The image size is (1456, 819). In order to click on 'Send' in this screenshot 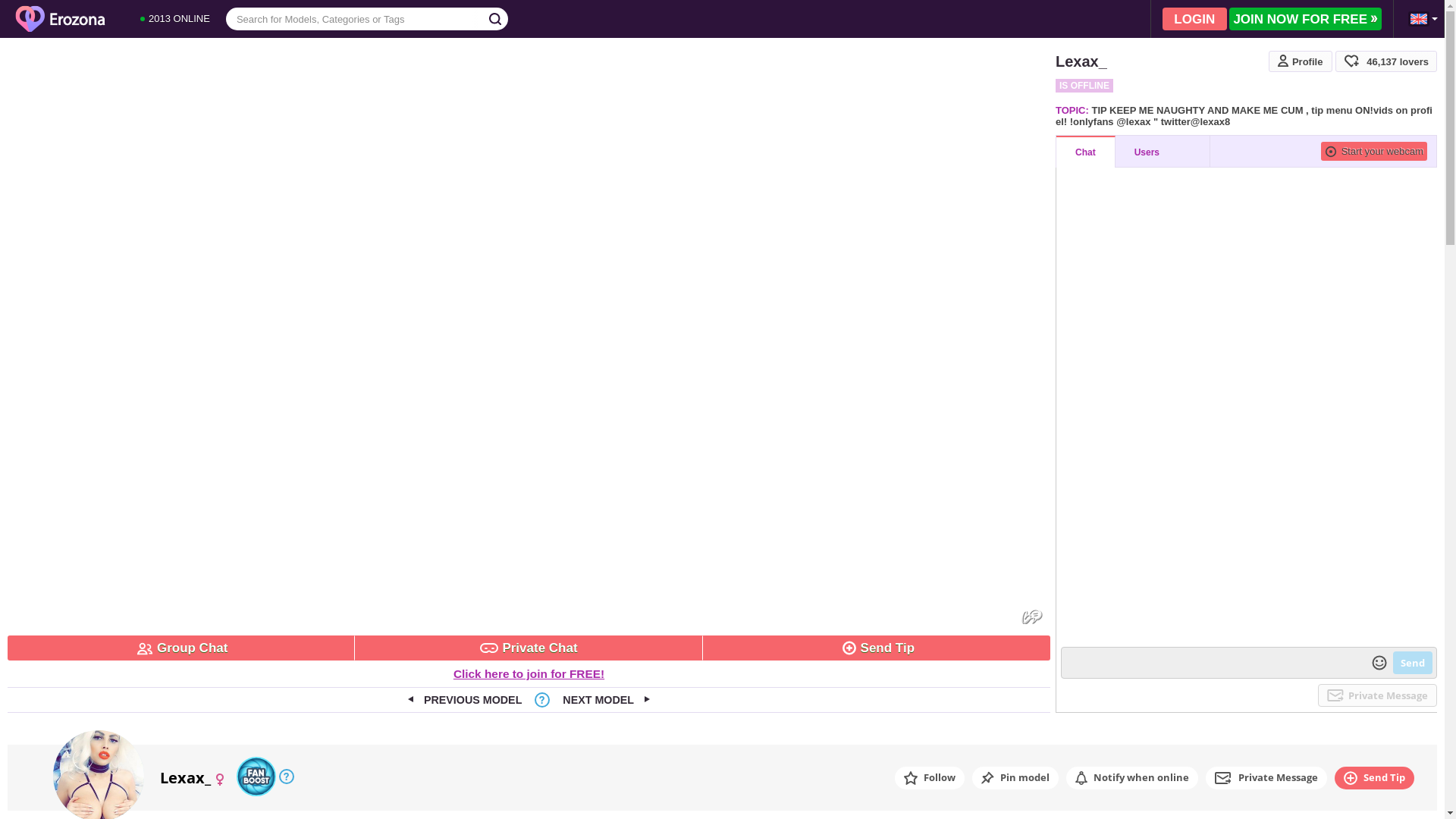, I will do `click(1393, 662)`.